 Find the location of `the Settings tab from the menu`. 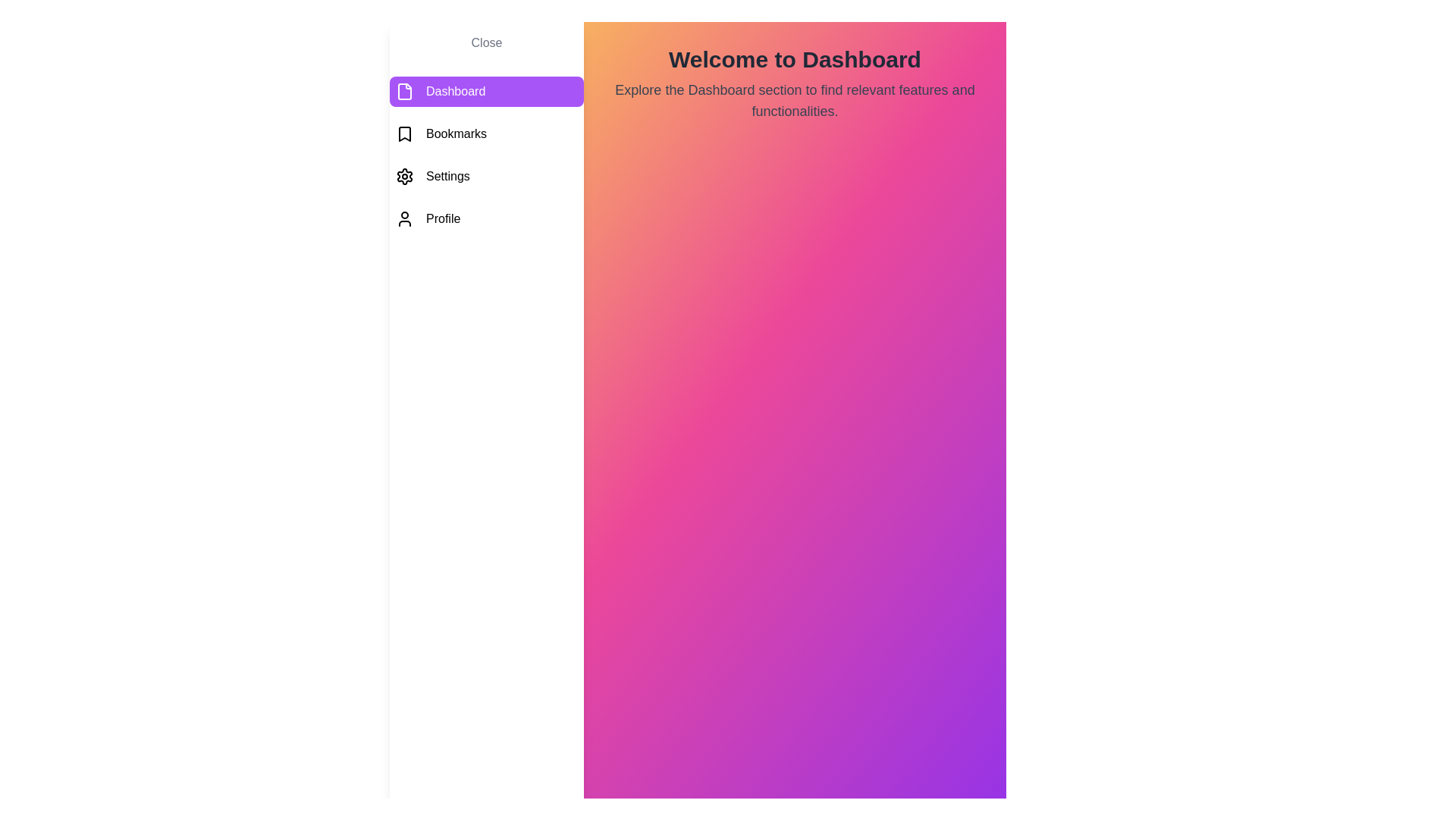

the Settings tab from the menu is located at coordinates (487, 175).